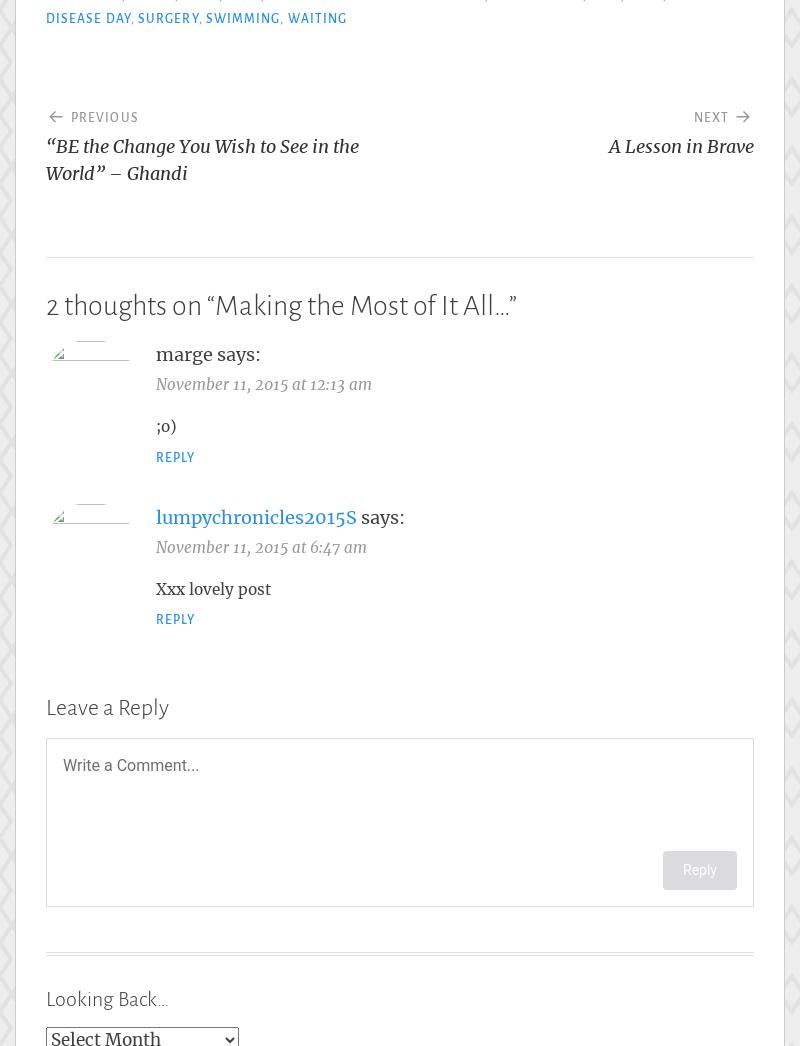 The width and height of the screenshot is (800, 1046). What do you see at coordinates (202, 158) in the screenshot?
I see `'“BE the Change You Wish to See in the World” – Ghandi'` at bounding box center [202, 158].